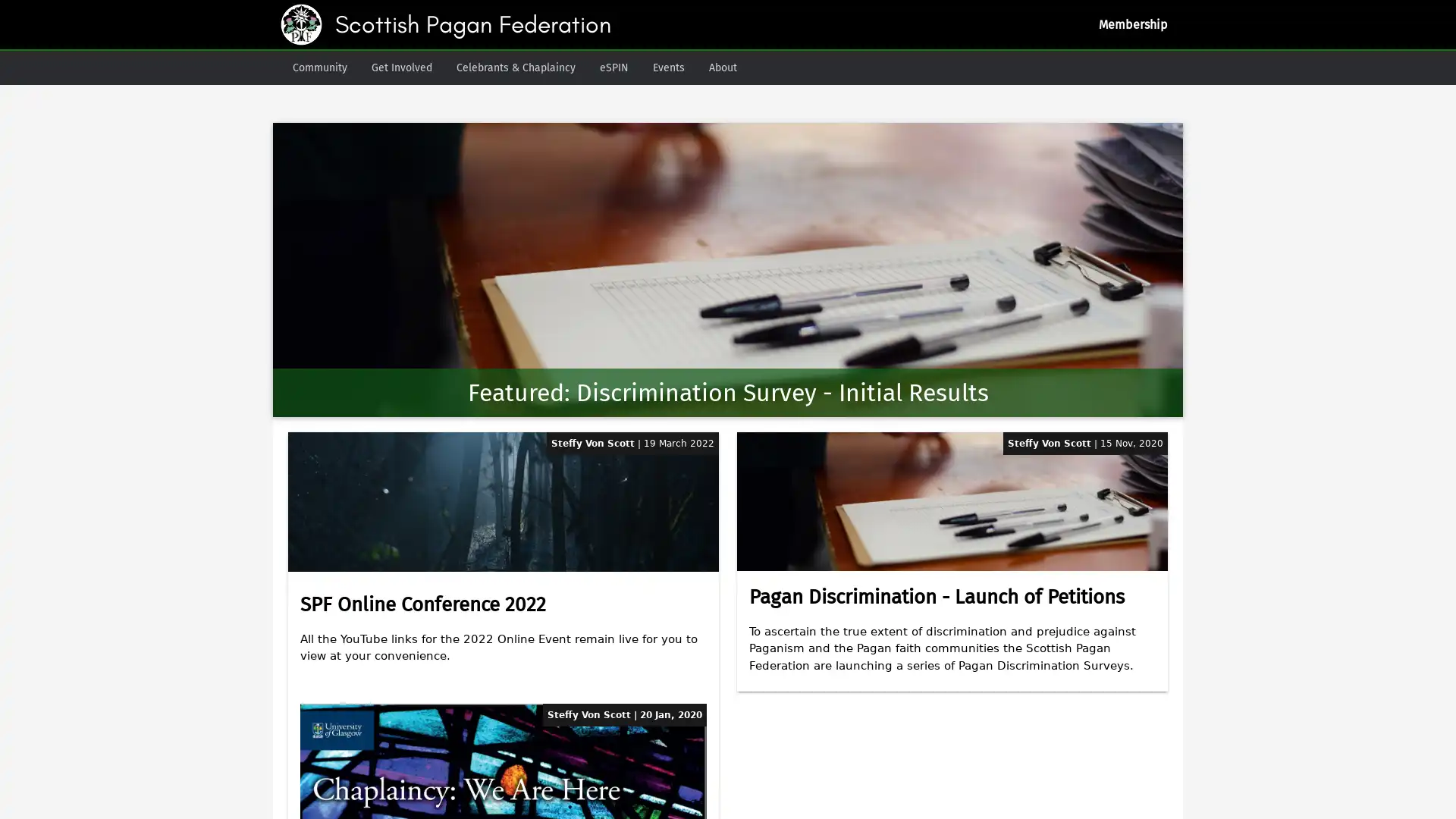  What do you see at coordinates (319, 67) in the screenshot?
I see `Community` at bounding box center [319, 67].